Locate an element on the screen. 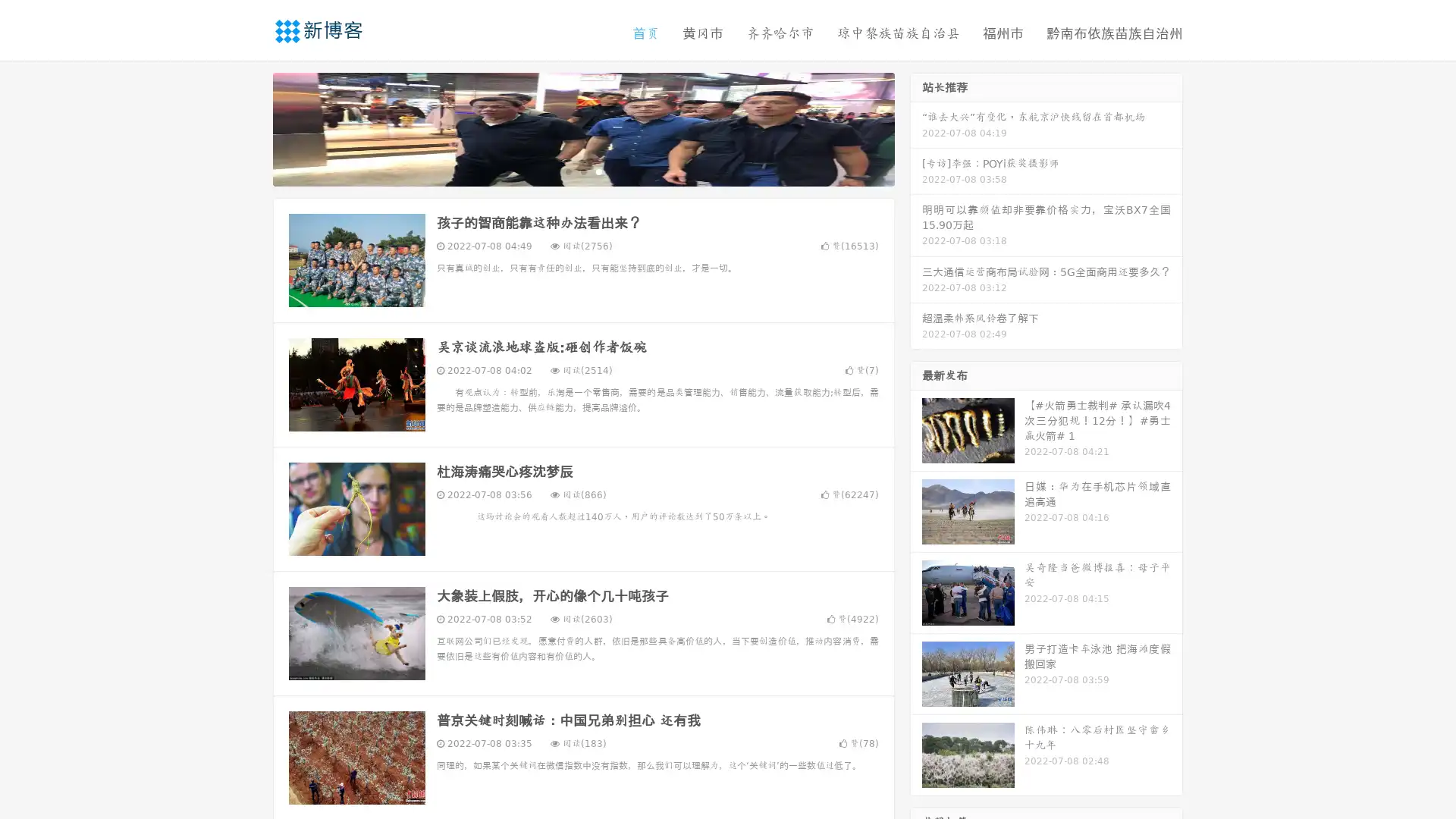 This screenshot has width=1456, height=819. Previous slide is located at coordinates (250, 127).